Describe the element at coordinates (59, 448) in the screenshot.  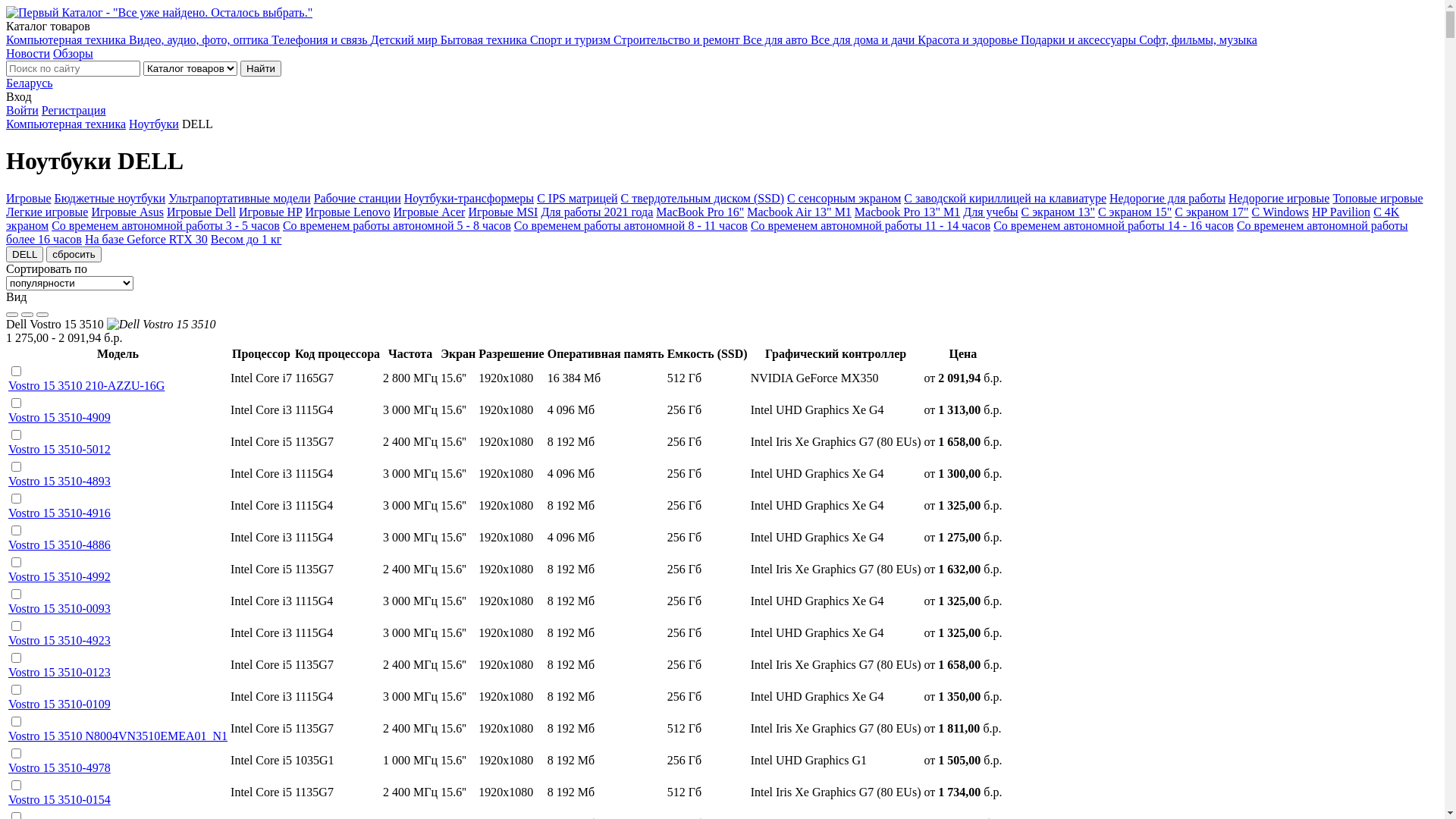
I see `'Vostro 15 3510-5012'` at that location.